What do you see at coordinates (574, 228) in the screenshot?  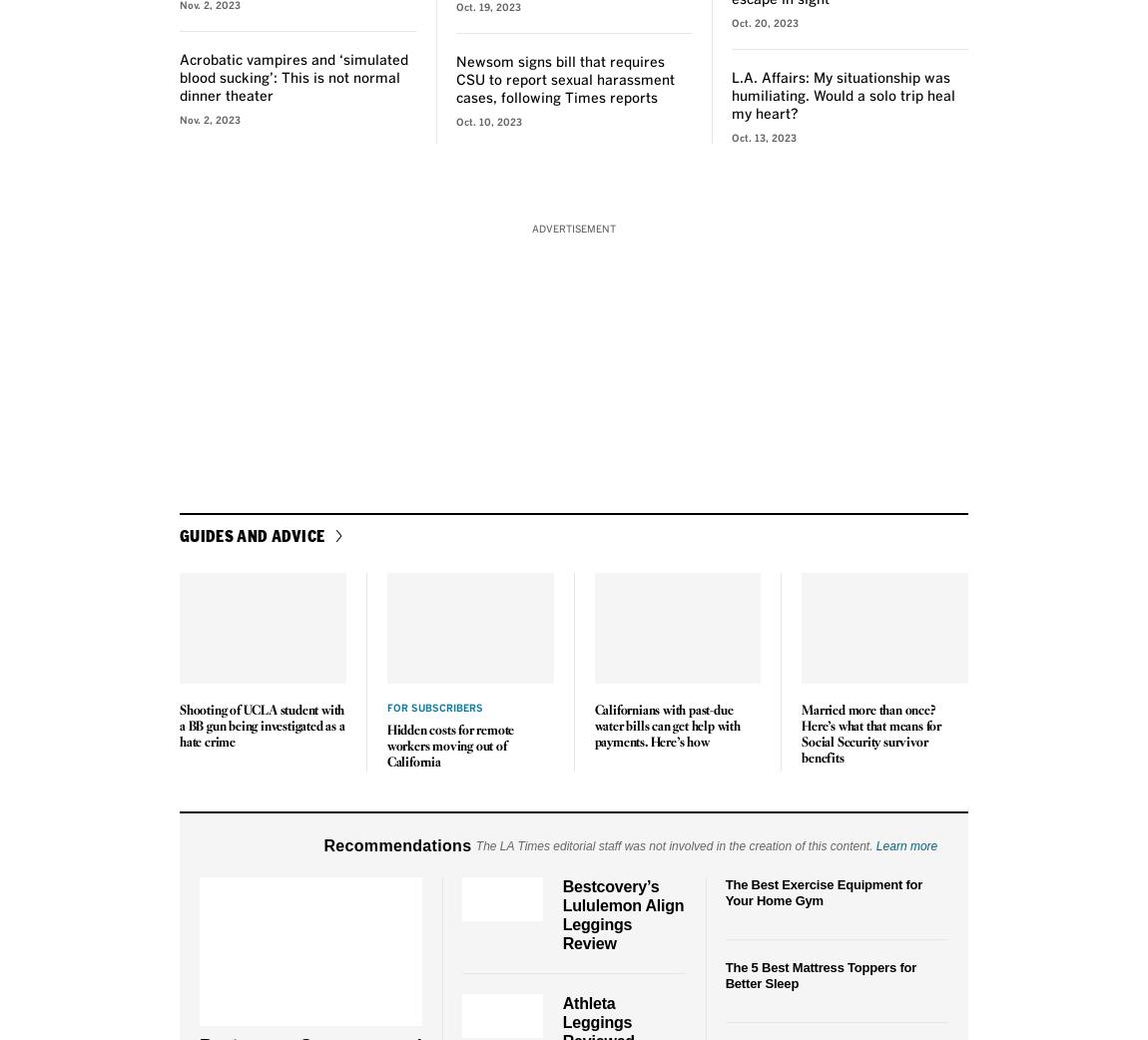 I see `'Advertisement'` at bounding box center [574, 228].